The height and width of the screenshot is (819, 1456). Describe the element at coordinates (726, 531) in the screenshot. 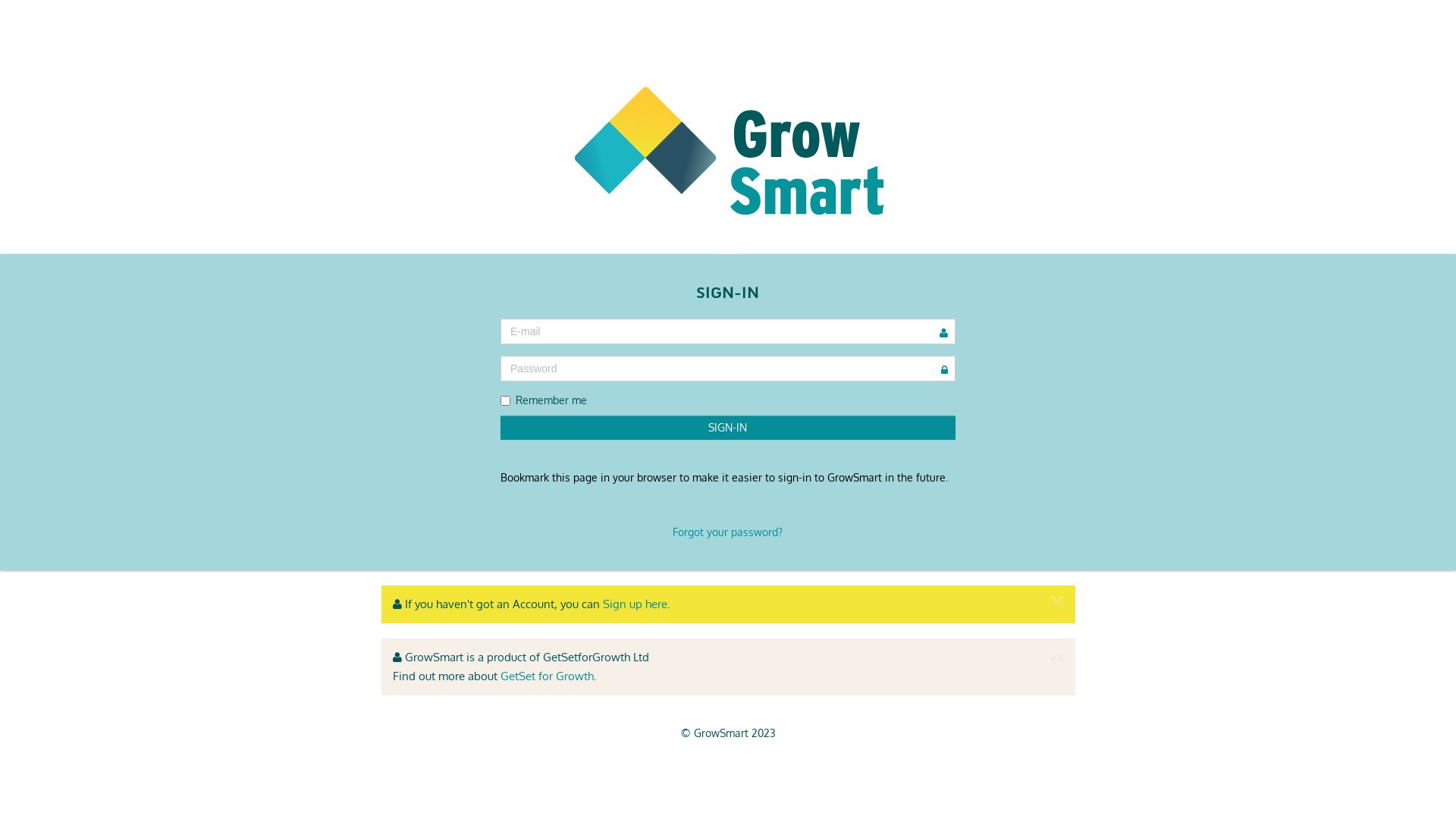

I see `'Forgot your password?'` at that location.